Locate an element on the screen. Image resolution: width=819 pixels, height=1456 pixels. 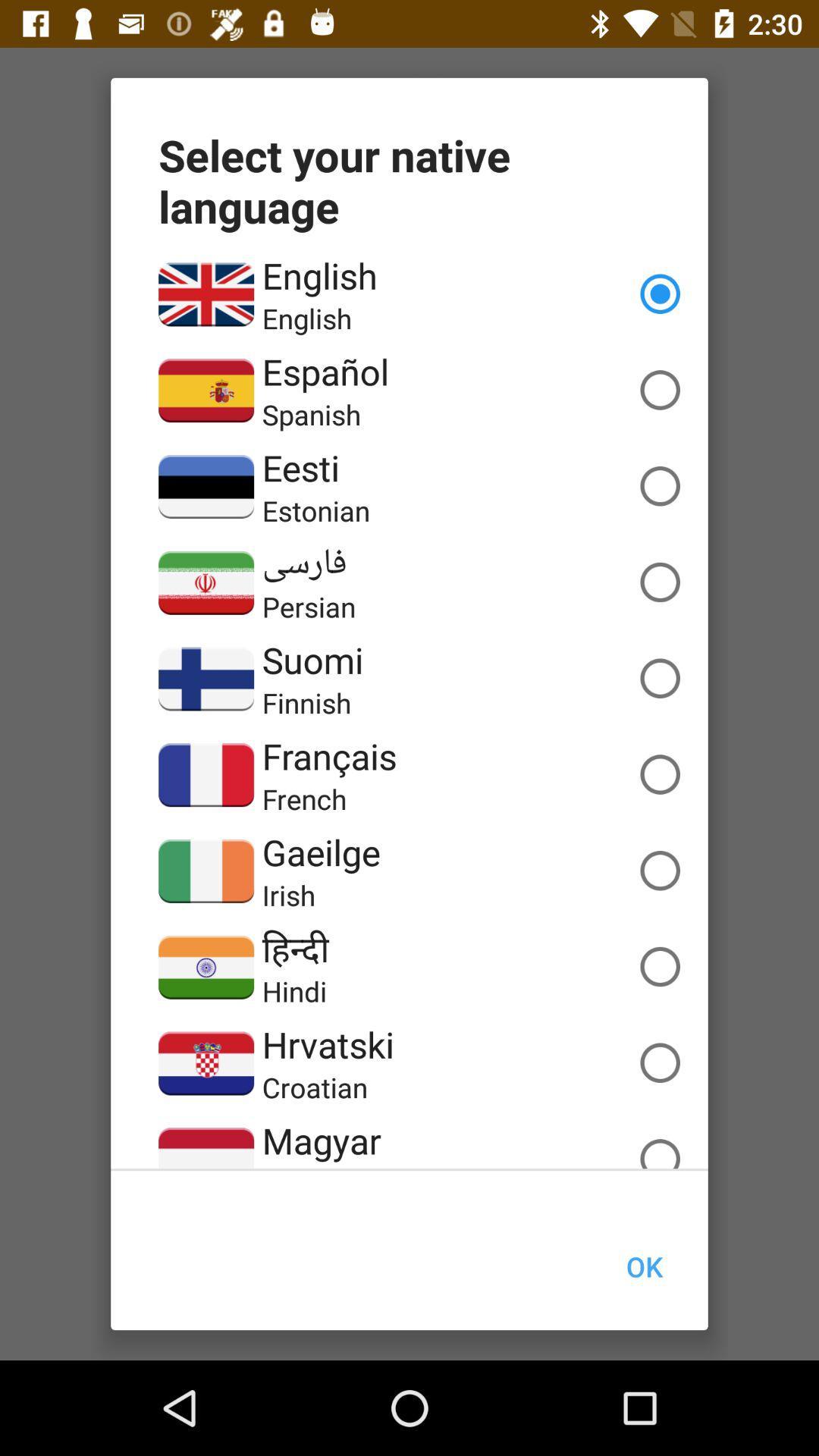
the icon below hrvatski is located at coordinates (314, 1087).